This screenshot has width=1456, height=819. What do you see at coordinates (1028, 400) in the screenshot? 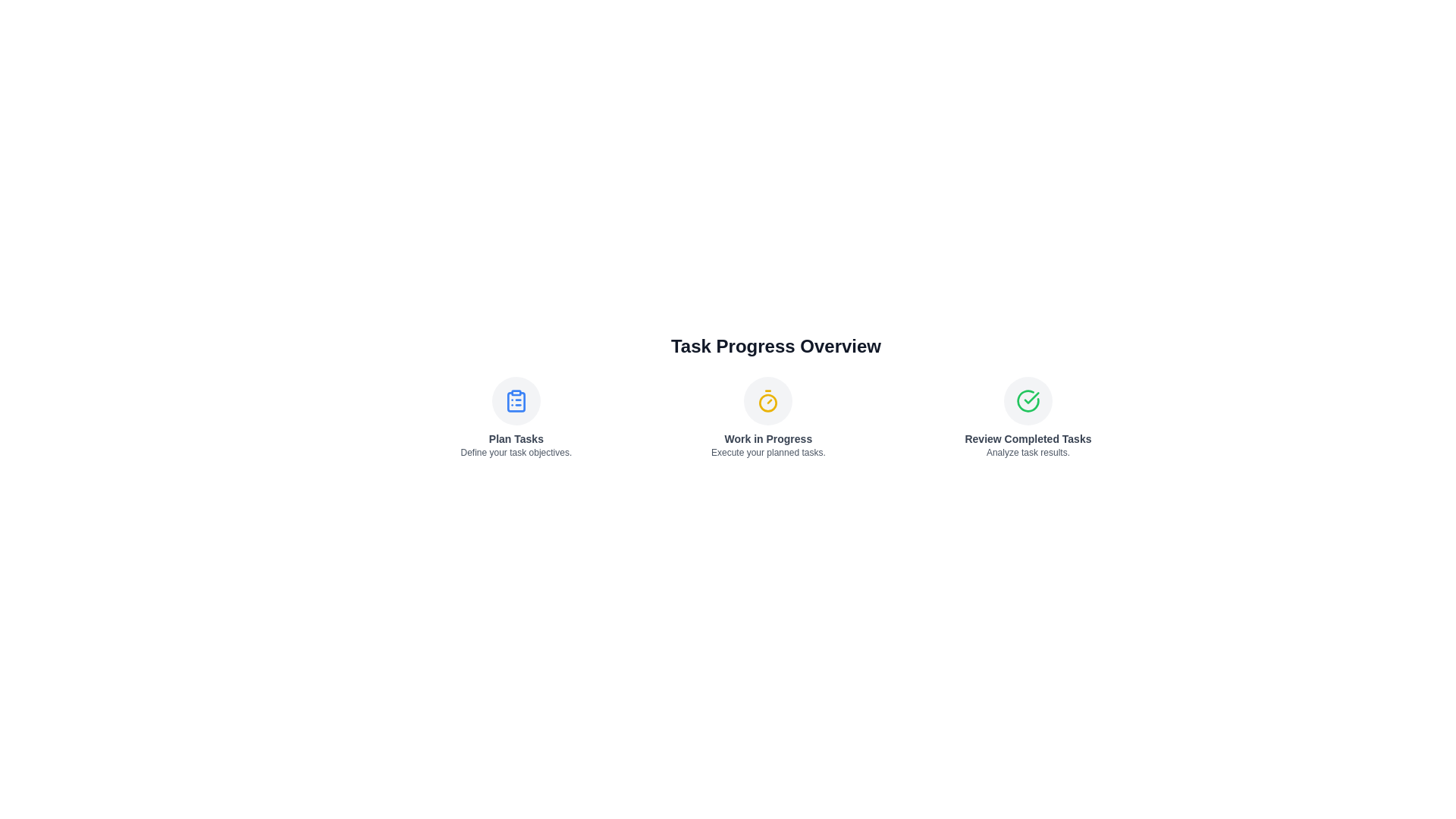
I see `the icon of the step Review Completed Tasks` at bounding box center [1028, 400].